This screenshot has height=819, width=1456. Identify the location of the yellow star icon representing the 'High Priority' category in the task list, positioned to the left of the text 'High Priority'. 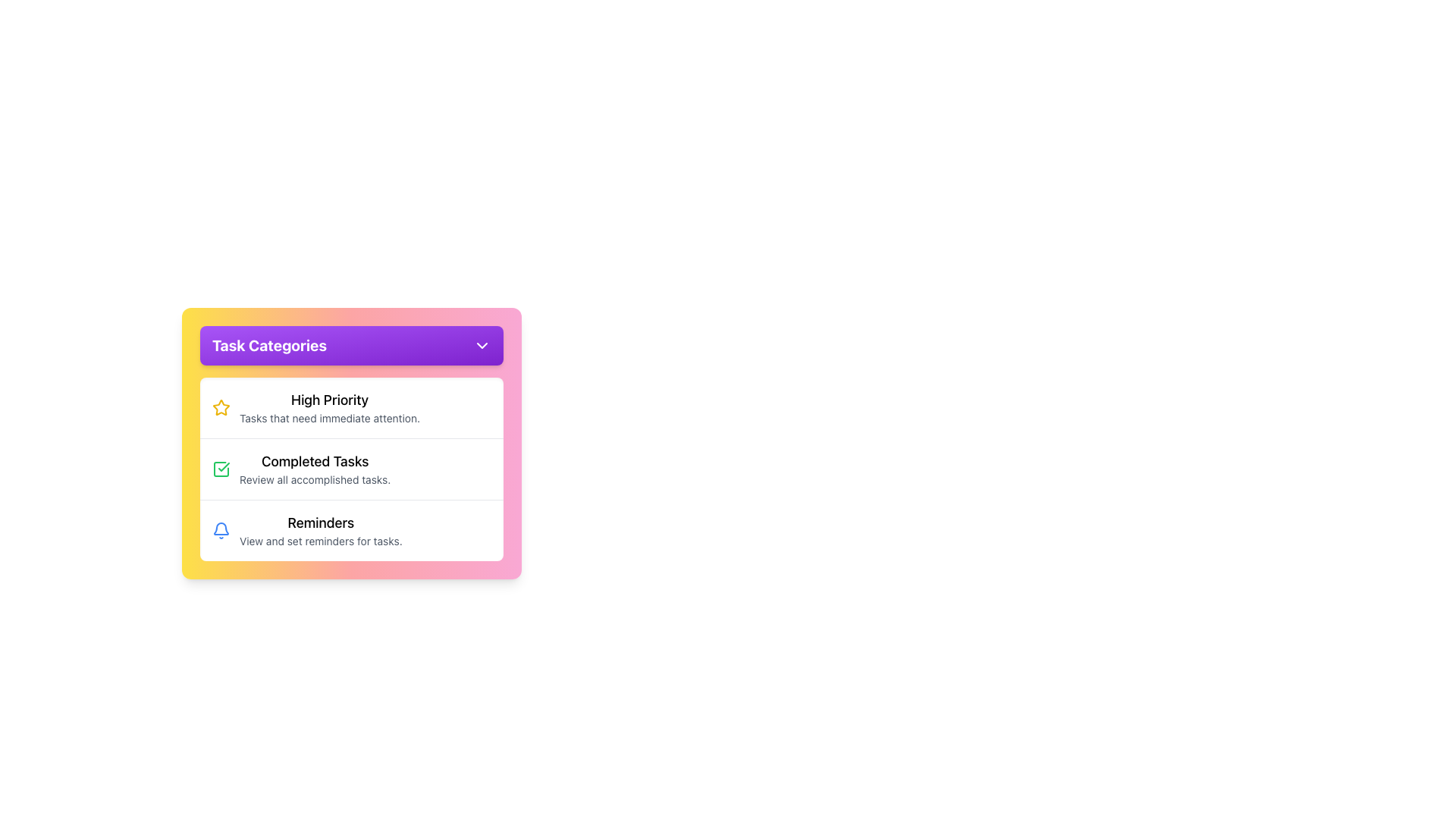
(221, 406).